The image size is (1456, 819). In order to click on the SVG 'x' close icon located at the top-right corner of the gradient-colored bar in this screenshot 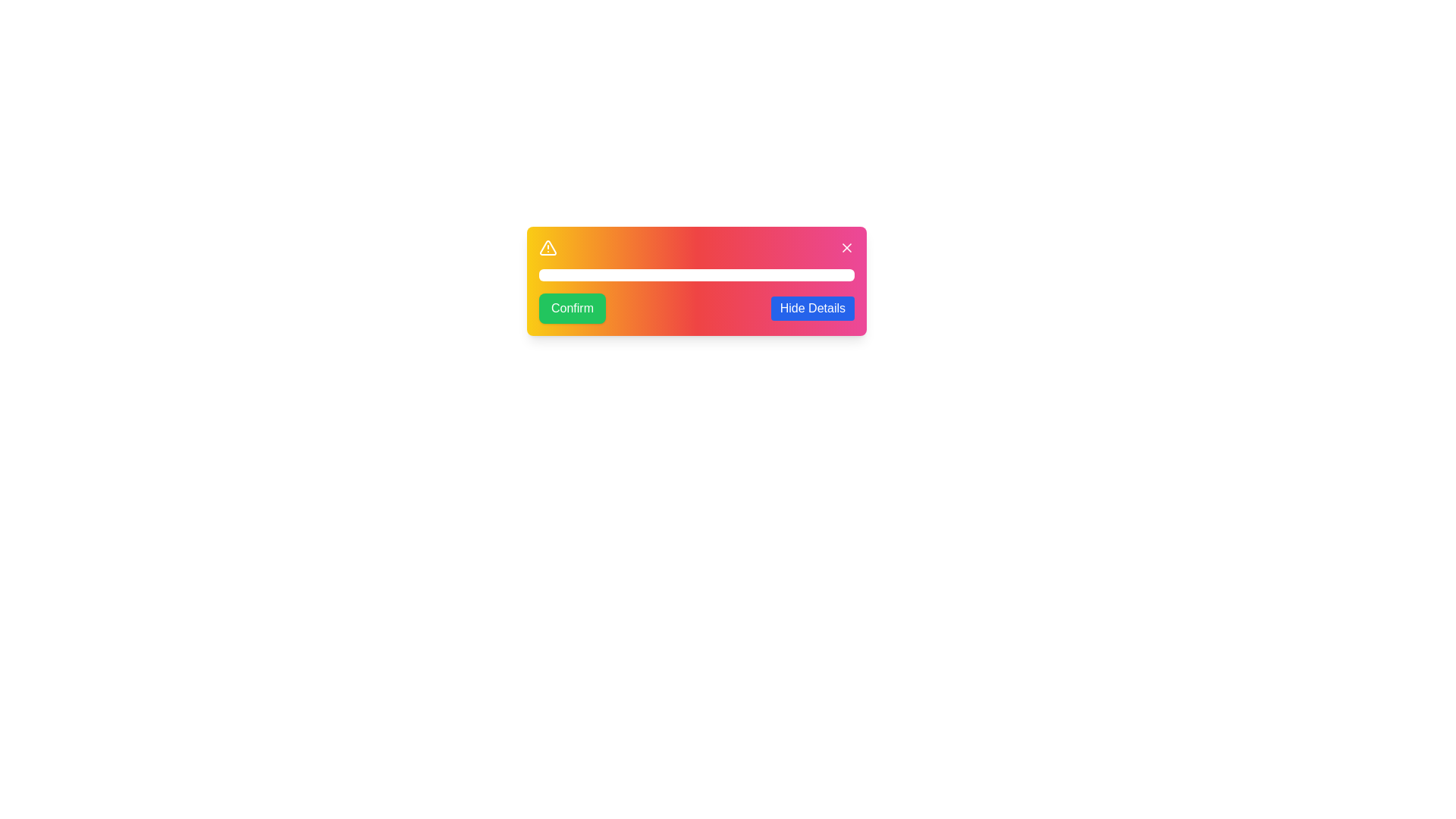, I will do `click(846, 247)`.